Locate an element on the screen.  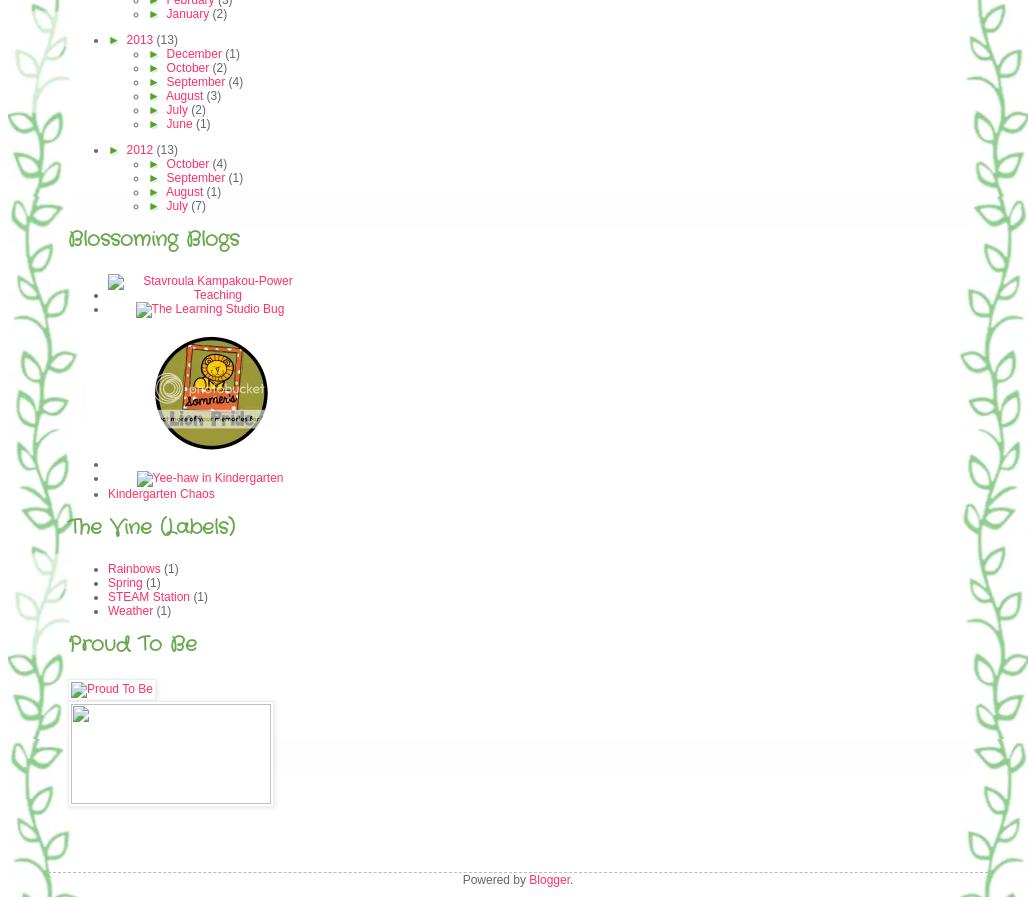
'Kindergarten Chaos' is located at coordinates (160, 492).